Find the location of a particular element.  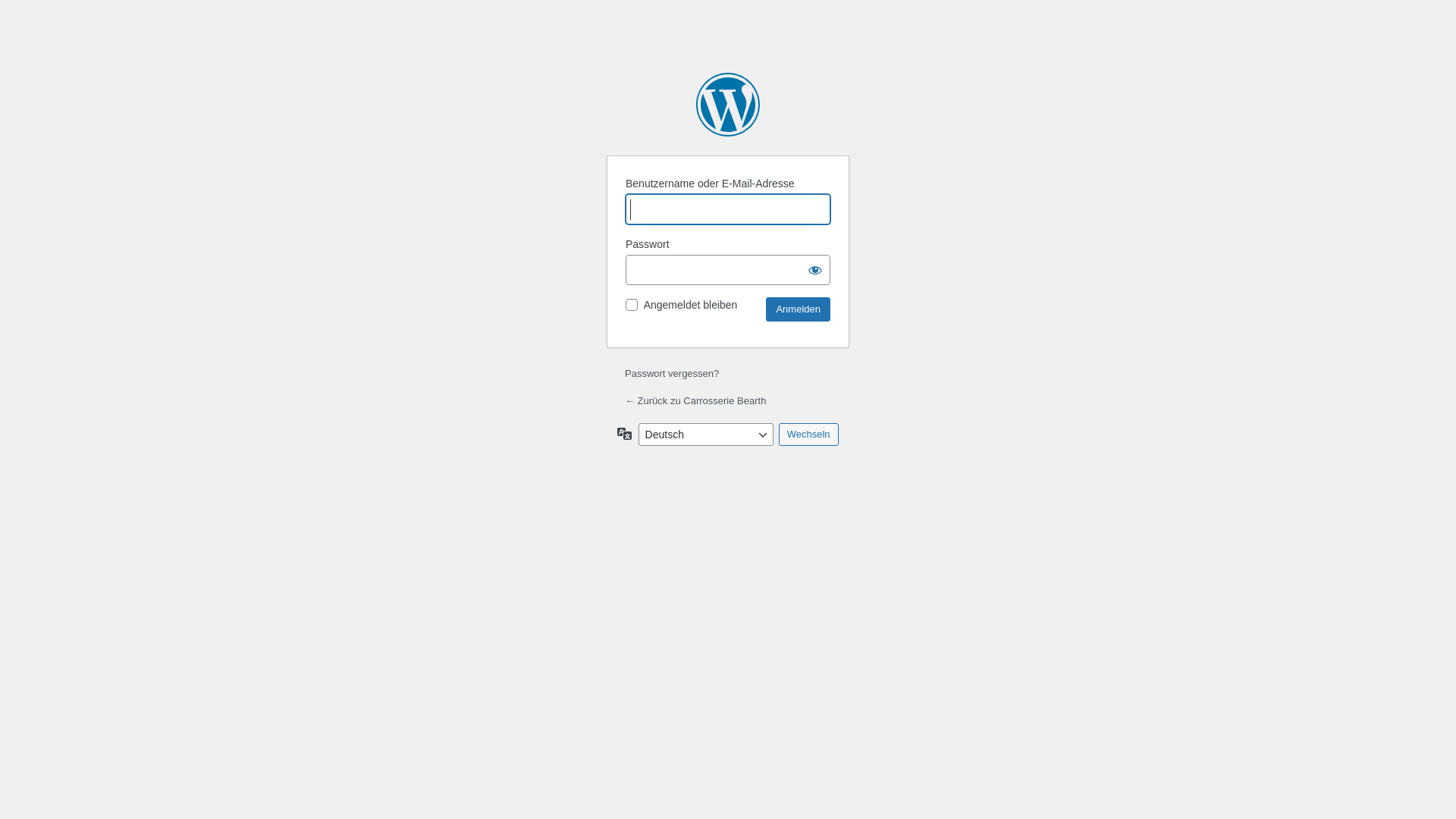

'Passwort vergessen?' is located at coordinates (671, 373).